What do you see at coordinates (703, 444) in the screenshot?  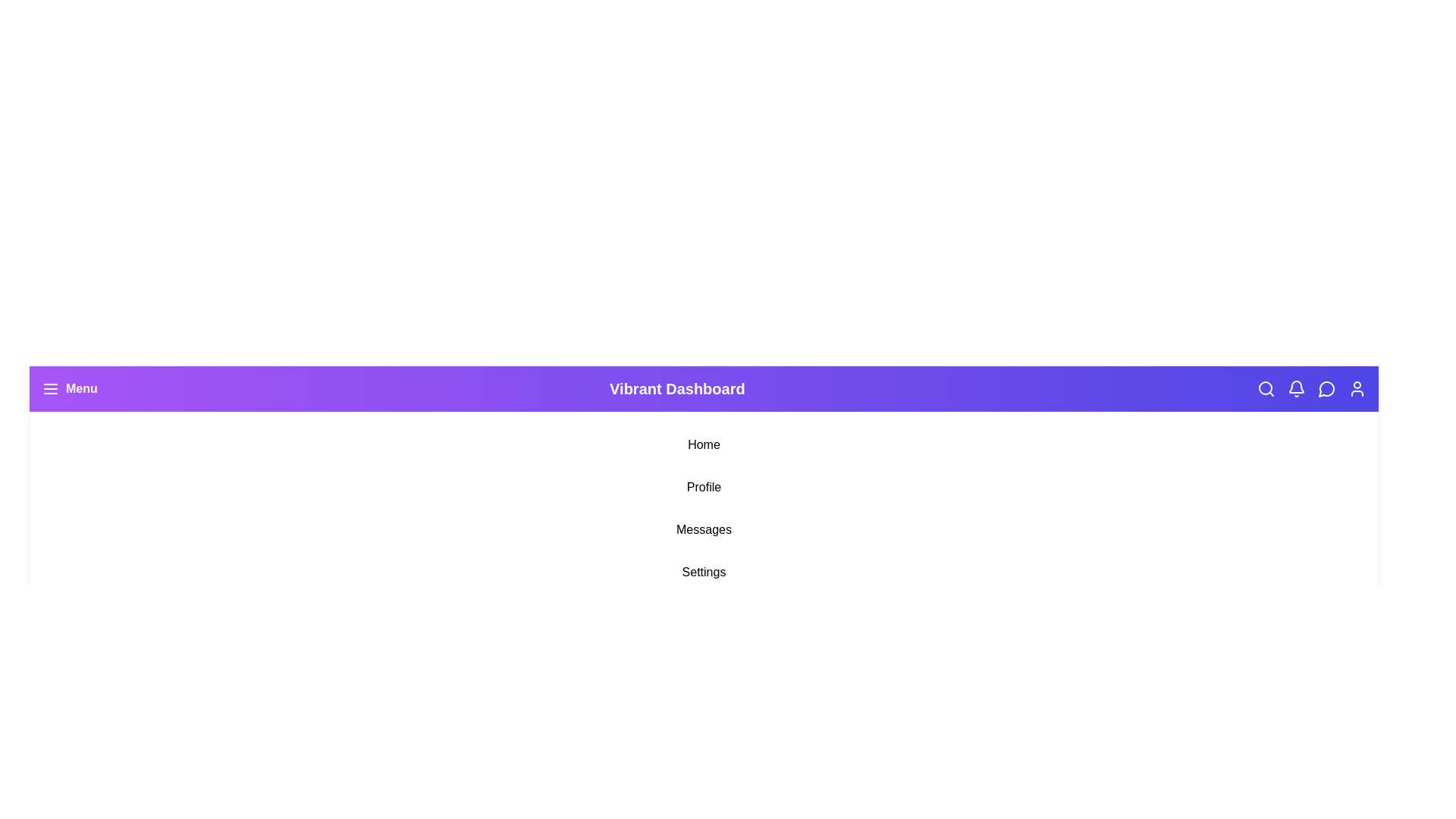 I see `the menu option Home to navigate to the respective page` at bounding box center [703, 444].